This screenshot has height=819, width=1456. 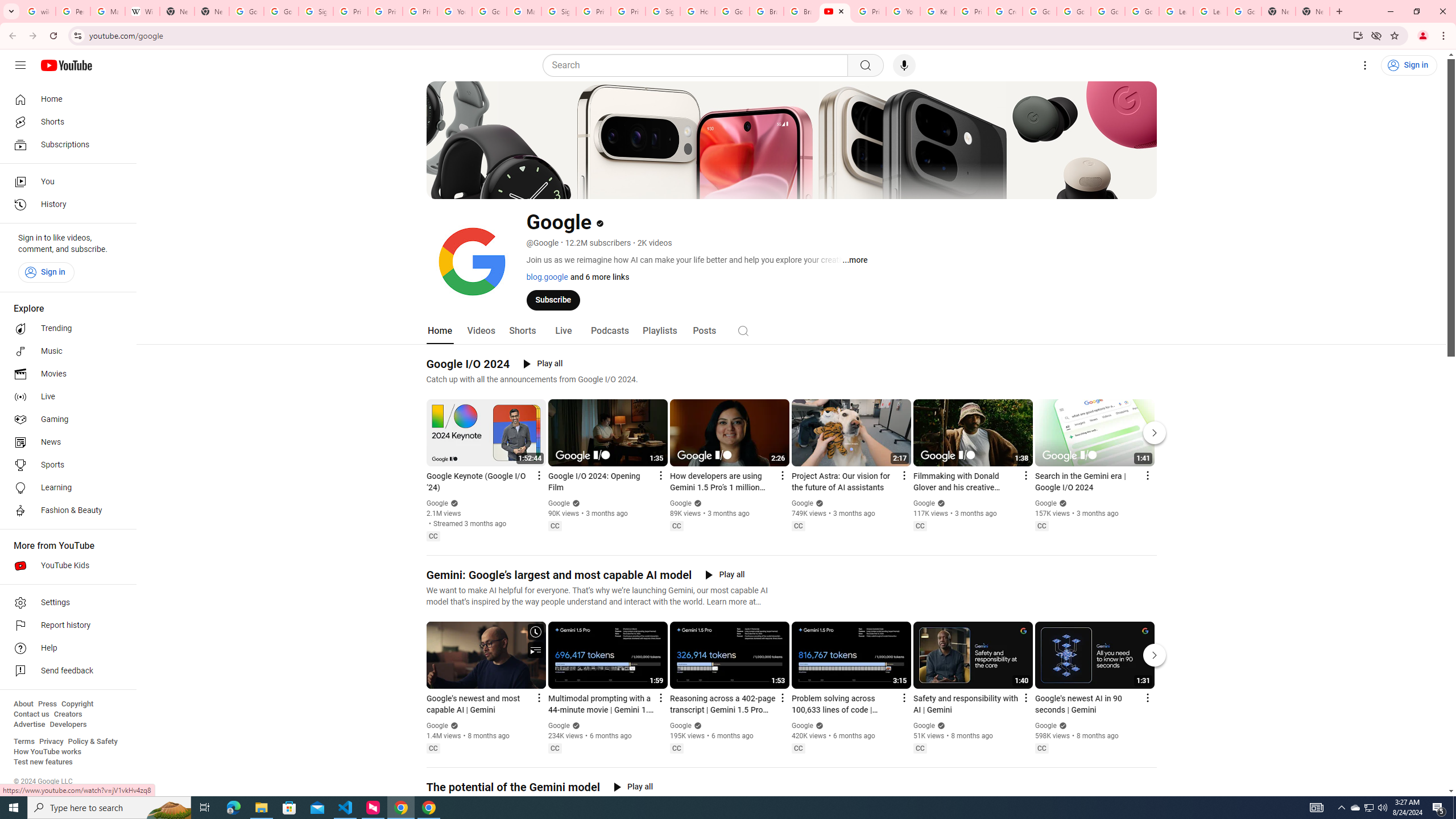 What do you see at coordinates (1358, 35) in the screenshot?
I see `'Install YouTube'` at bounding box center [1358, 35].